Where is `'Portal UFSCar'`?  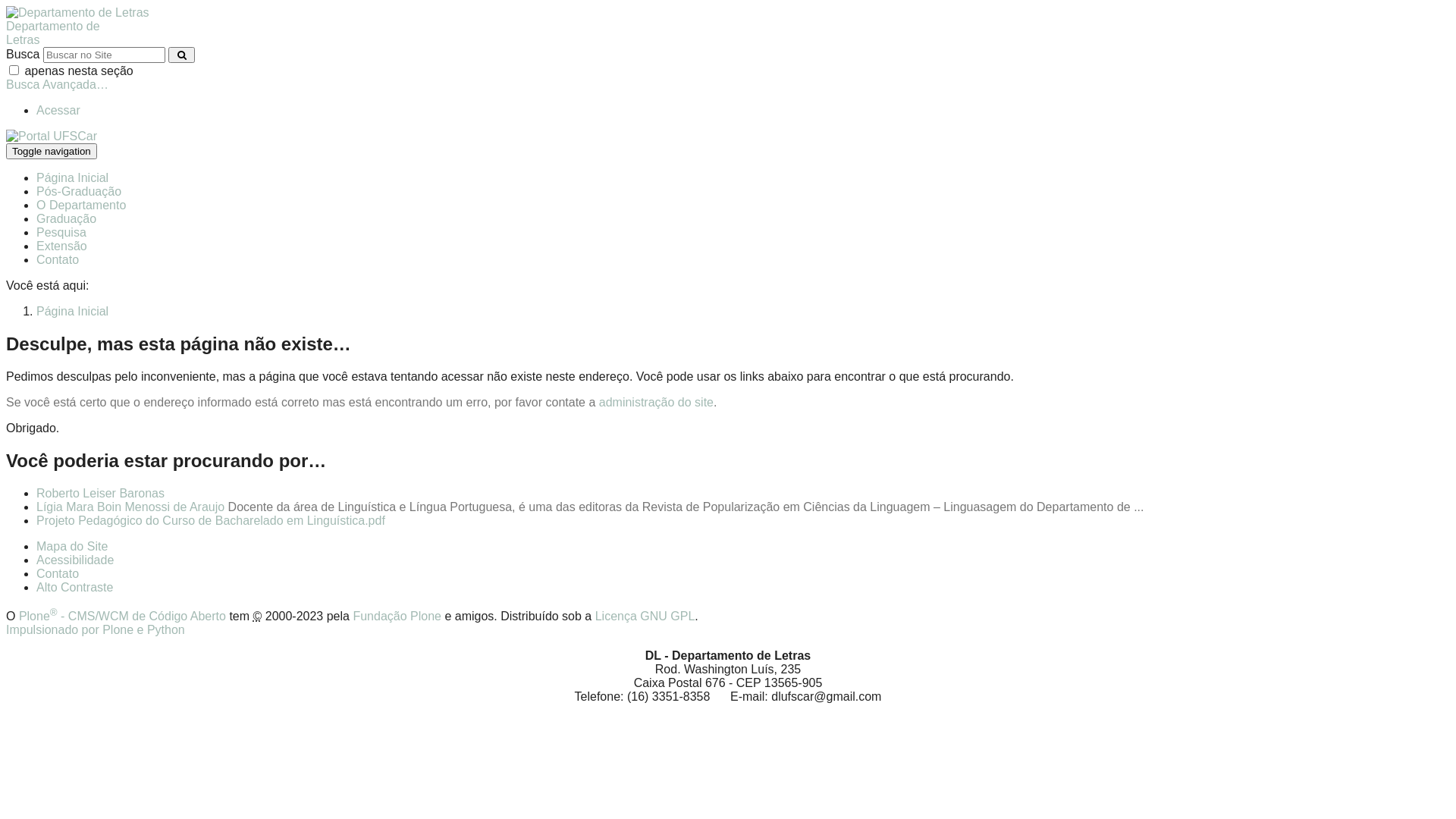 'Portal UFSCar' is located at coordinates (51, 135).